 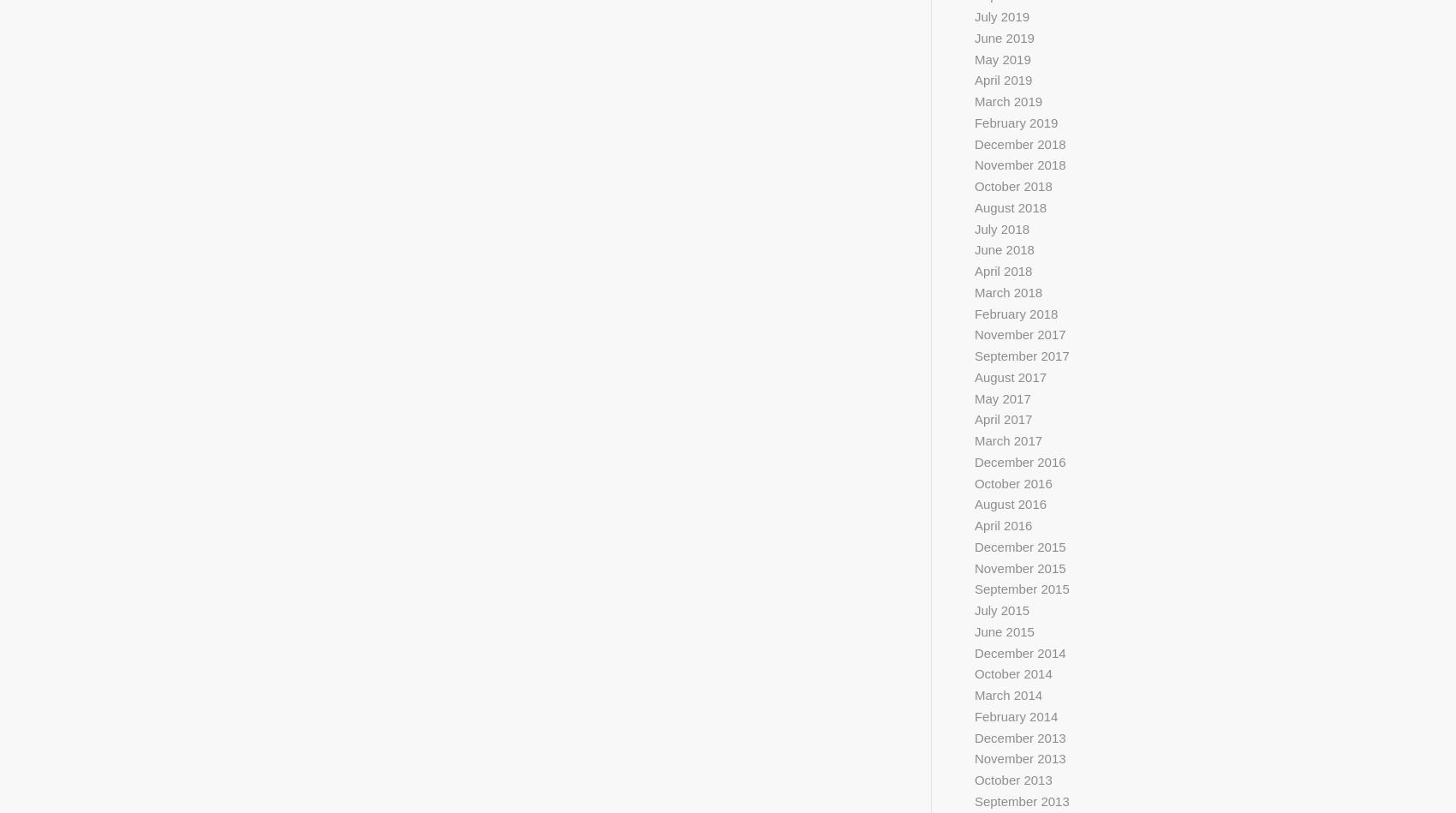 I want to click on 'November 2013', so click(x=1018, y=757).